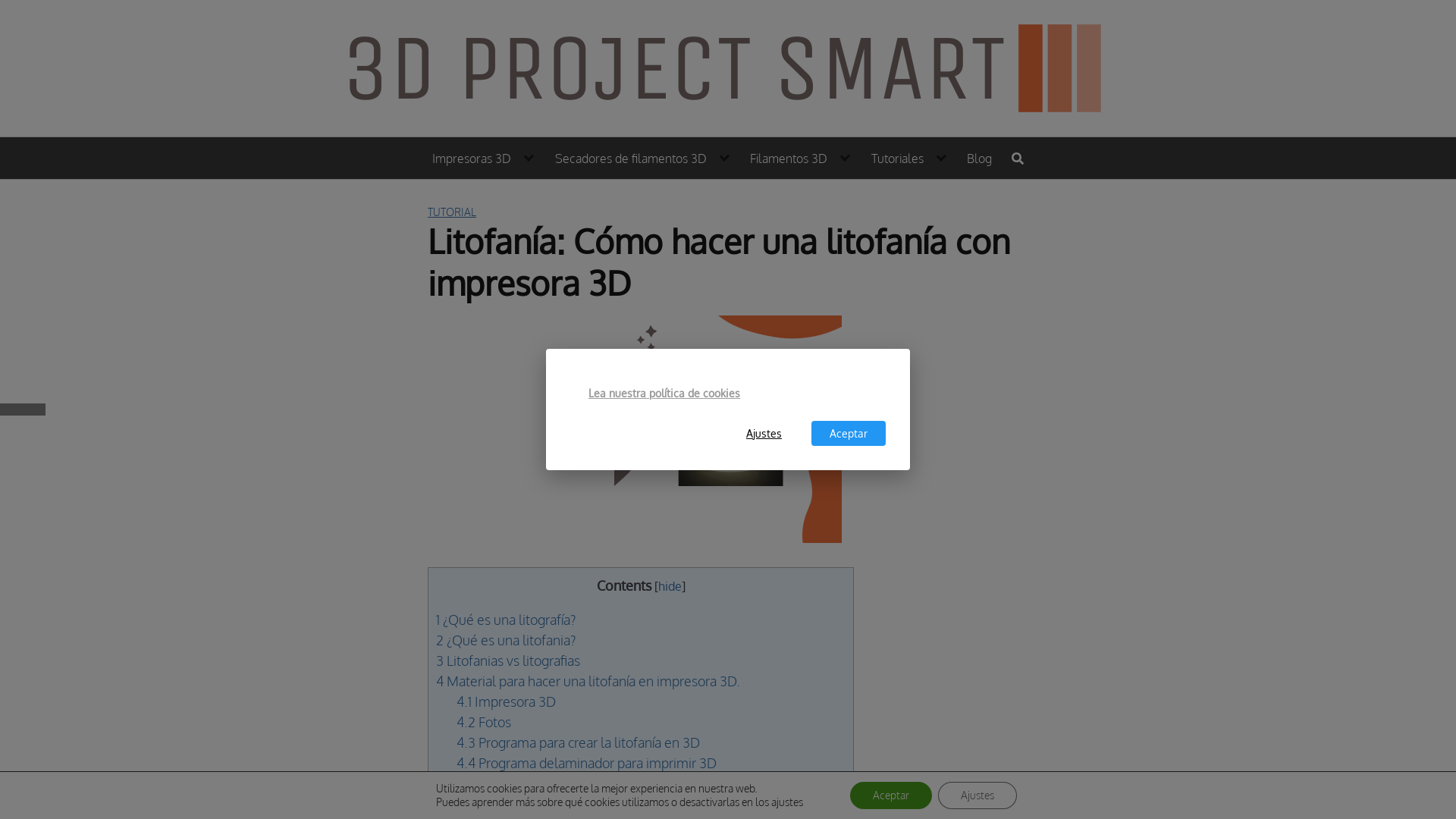  Describe the element at coordinates (669, 585) in the screenshot. I see `'hide'` at that location.